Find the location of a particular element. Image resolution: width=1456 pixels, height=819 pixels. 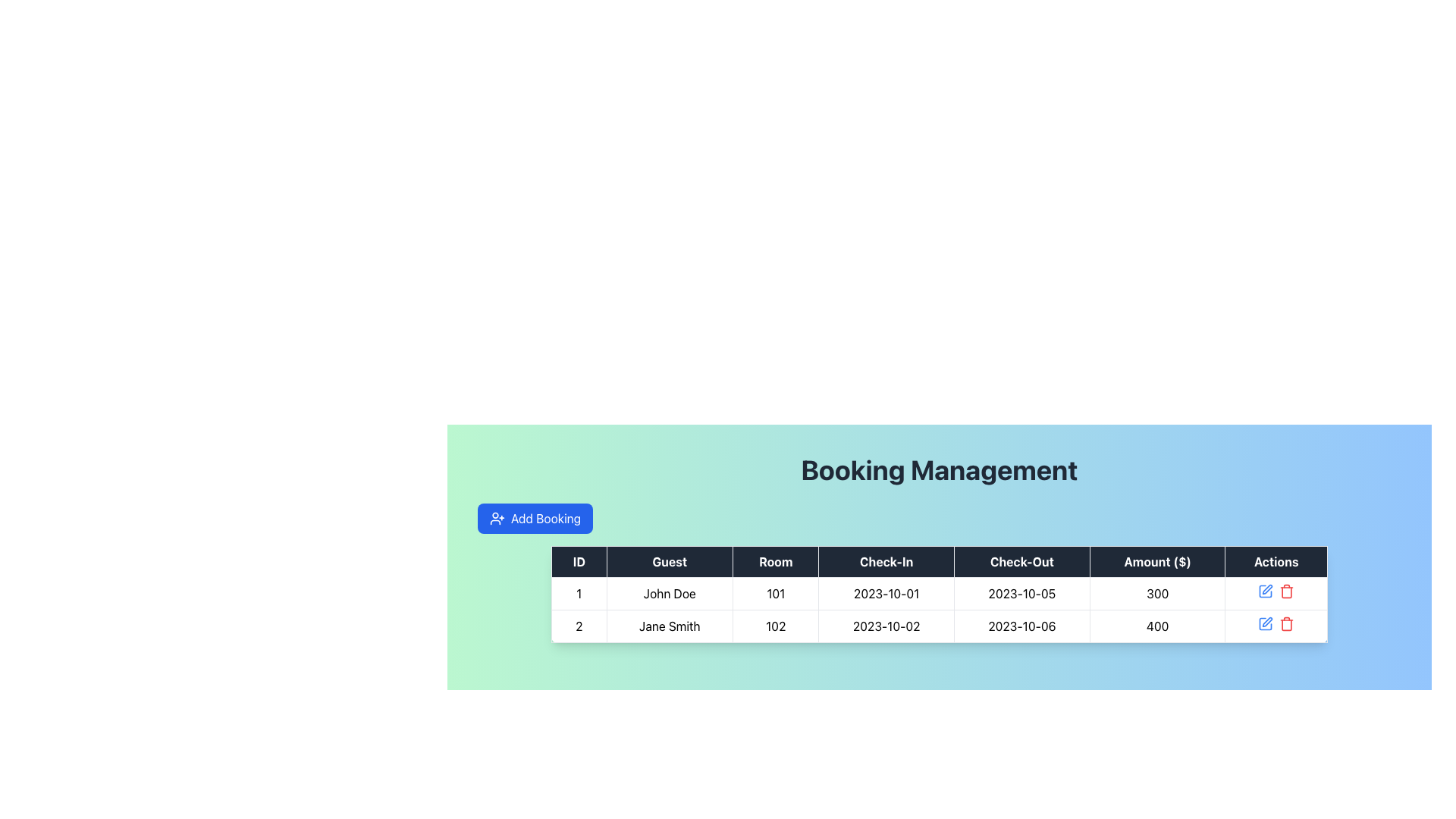

the 'ID' table cell that uniquely identifies the record for 'John Doe' in the first row of the table is located at coordinates (578, 593).